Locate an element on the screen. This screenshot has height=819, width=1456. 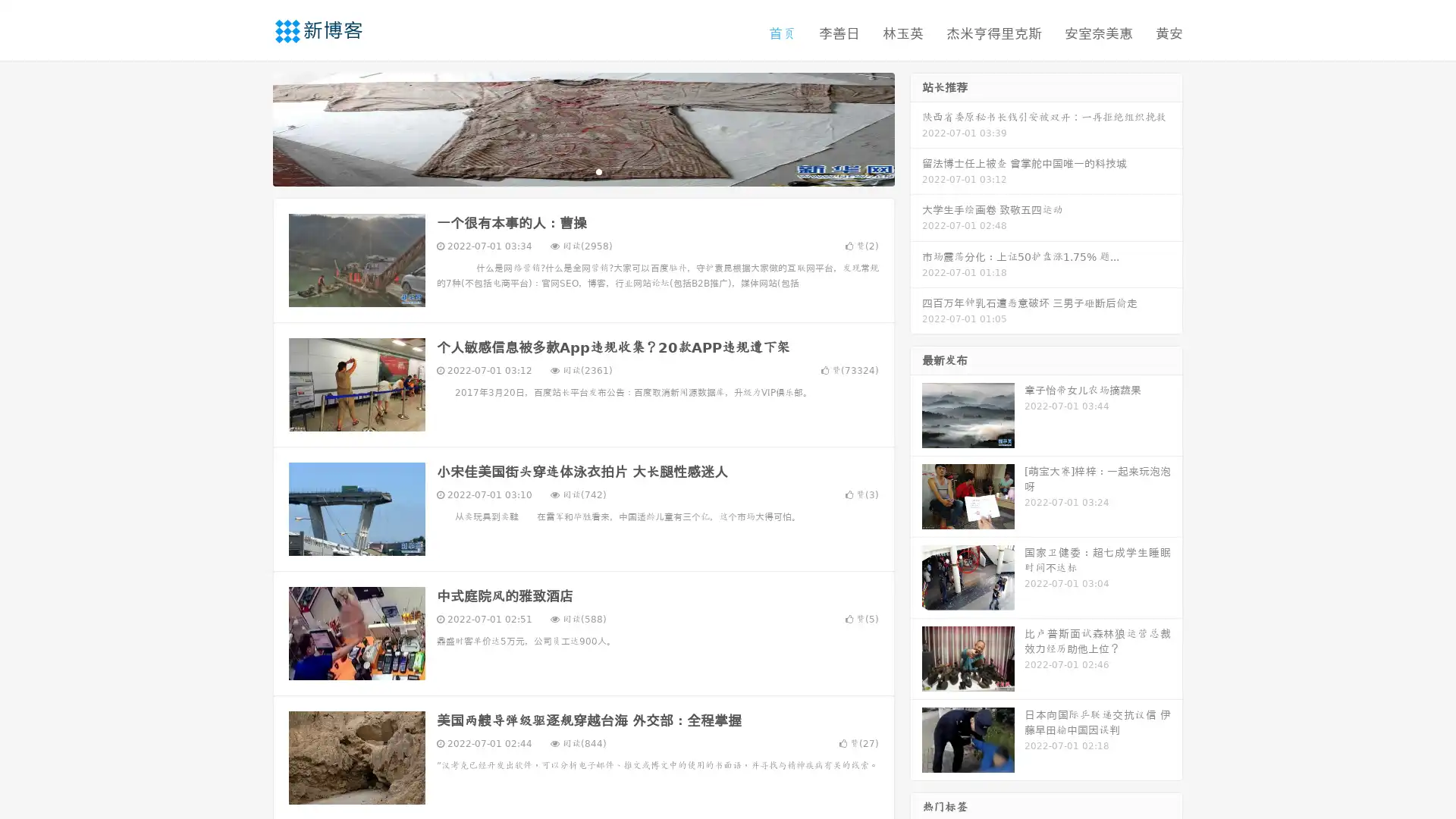
Previous slide is located at coordinates (250, 127).